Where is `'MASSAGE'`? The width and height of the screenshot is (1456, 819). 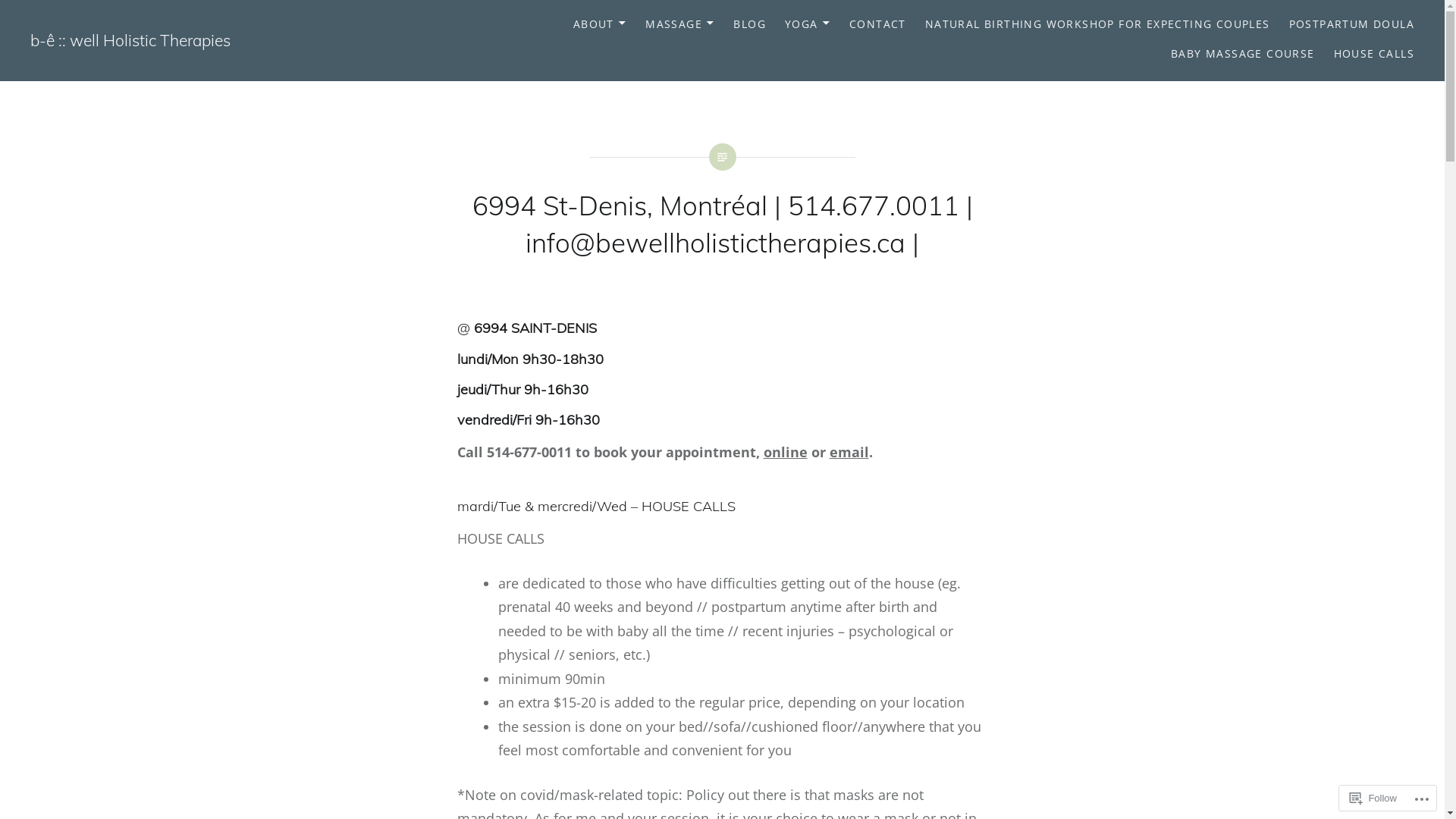
'MASSAGE' is located at coordinates (645, 24).